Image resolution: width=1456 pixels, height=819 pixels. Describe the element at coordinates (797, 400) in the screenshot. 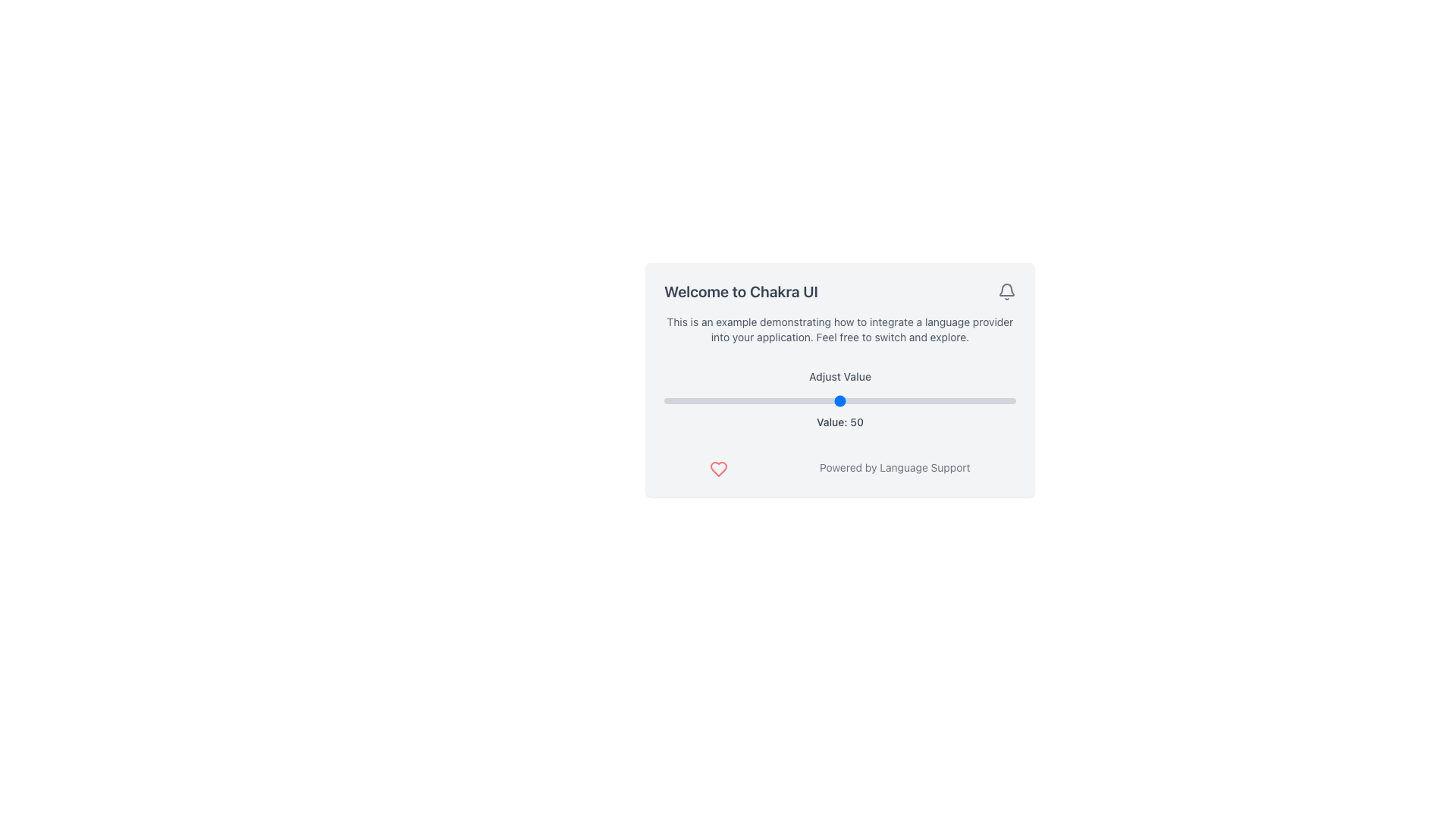

I see `the adjustment slider` at that location.